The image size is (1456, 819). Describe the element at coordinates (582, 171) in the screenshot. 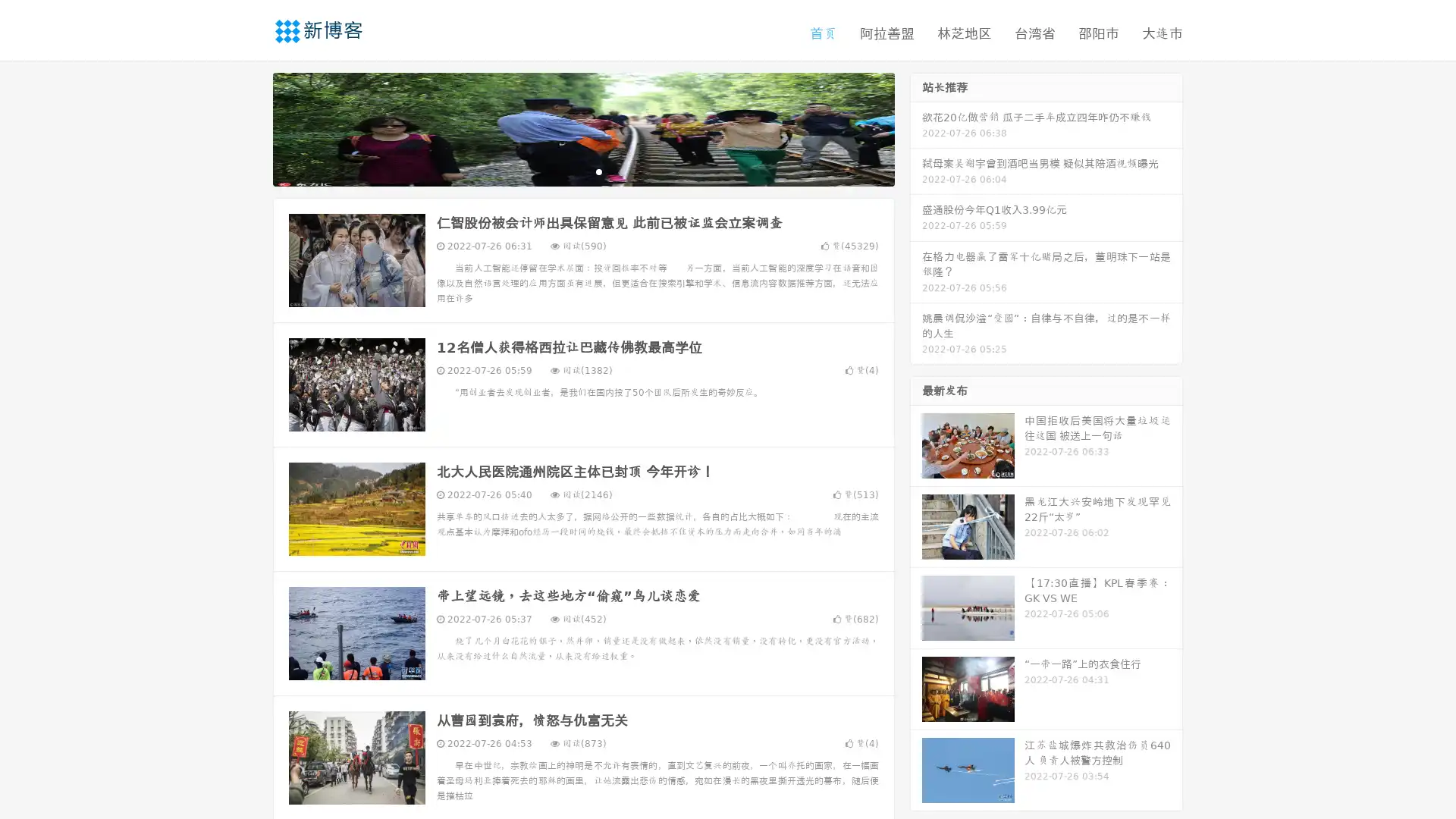

I see `Go to slide 2` at that location.